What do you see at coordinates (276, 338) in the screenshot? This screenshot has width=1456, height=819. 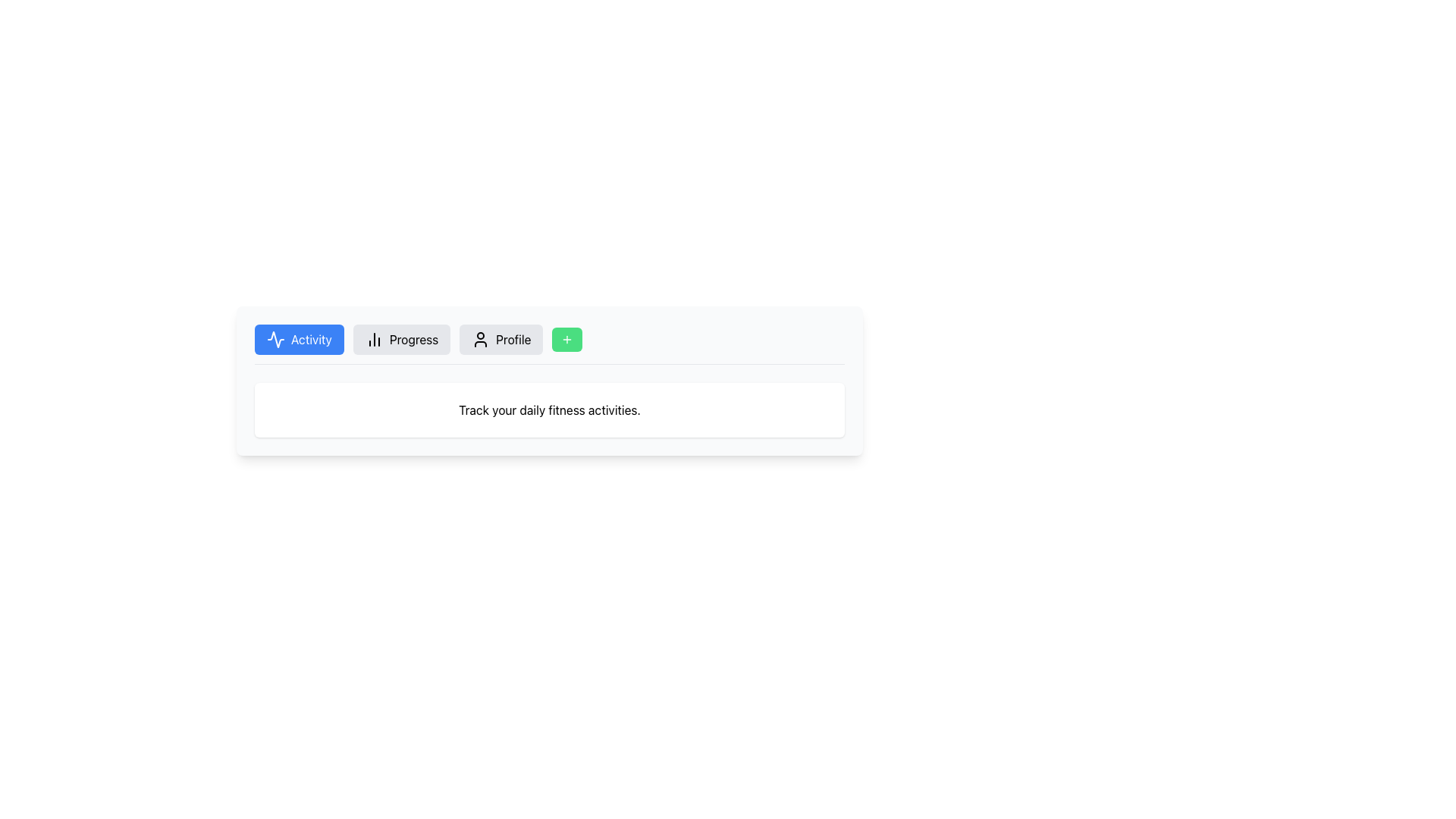 I see `the activity waveform icon located in the first tab labeled 'Activity' in the navigation bar at the top of the visible panel` at bounding box center [276, 338].